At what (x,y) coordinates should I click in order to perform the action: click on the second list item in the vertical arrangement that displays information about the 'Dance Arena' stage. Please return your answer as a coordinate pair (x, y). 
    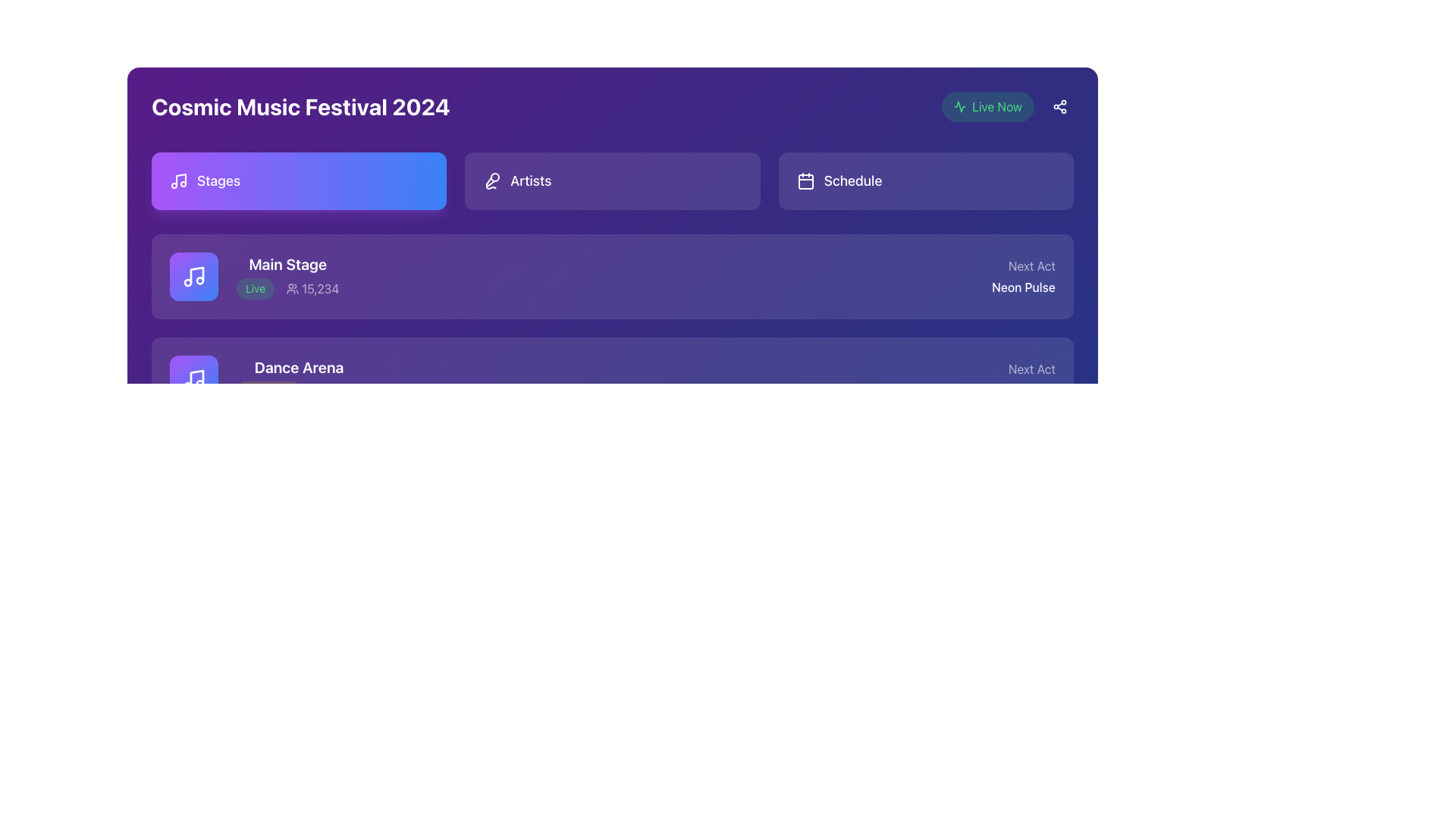
    Looking at the image, I should click on (612, 379).